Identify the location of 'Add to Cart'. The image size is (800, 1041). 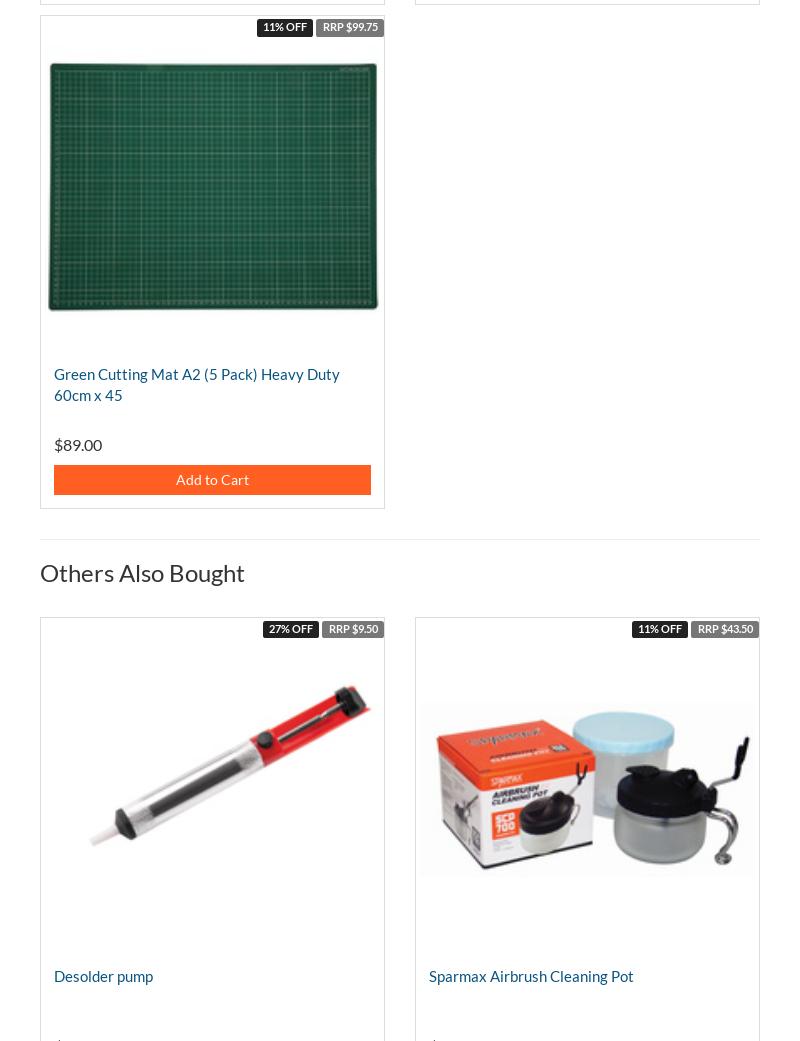
(212, 478).